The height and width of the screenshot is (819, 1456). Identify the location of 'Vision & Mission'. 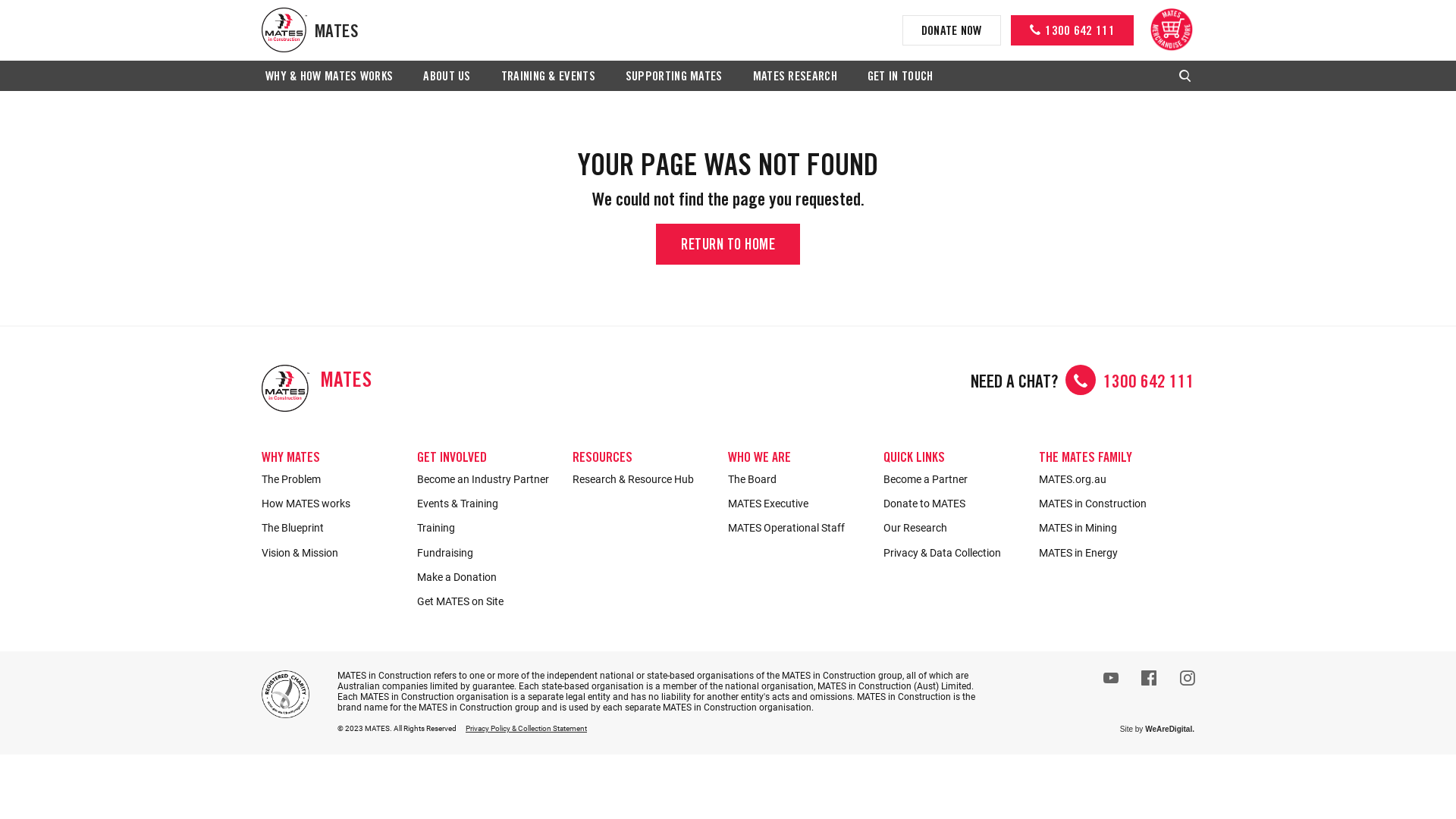
(331, 553).